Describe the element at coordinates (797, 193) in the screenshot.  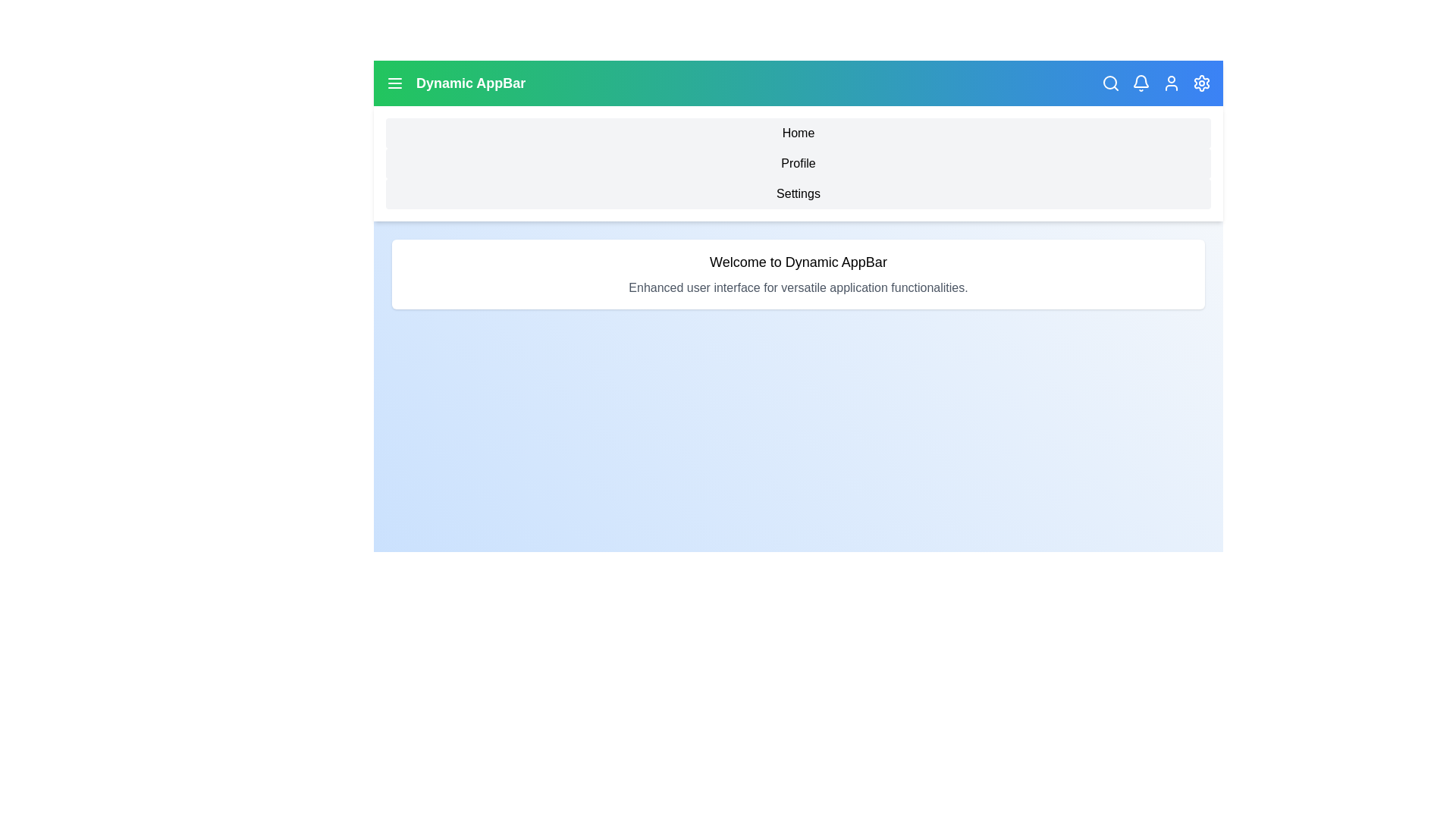
I see `the sidebar menu item labeled Settings` at that location.